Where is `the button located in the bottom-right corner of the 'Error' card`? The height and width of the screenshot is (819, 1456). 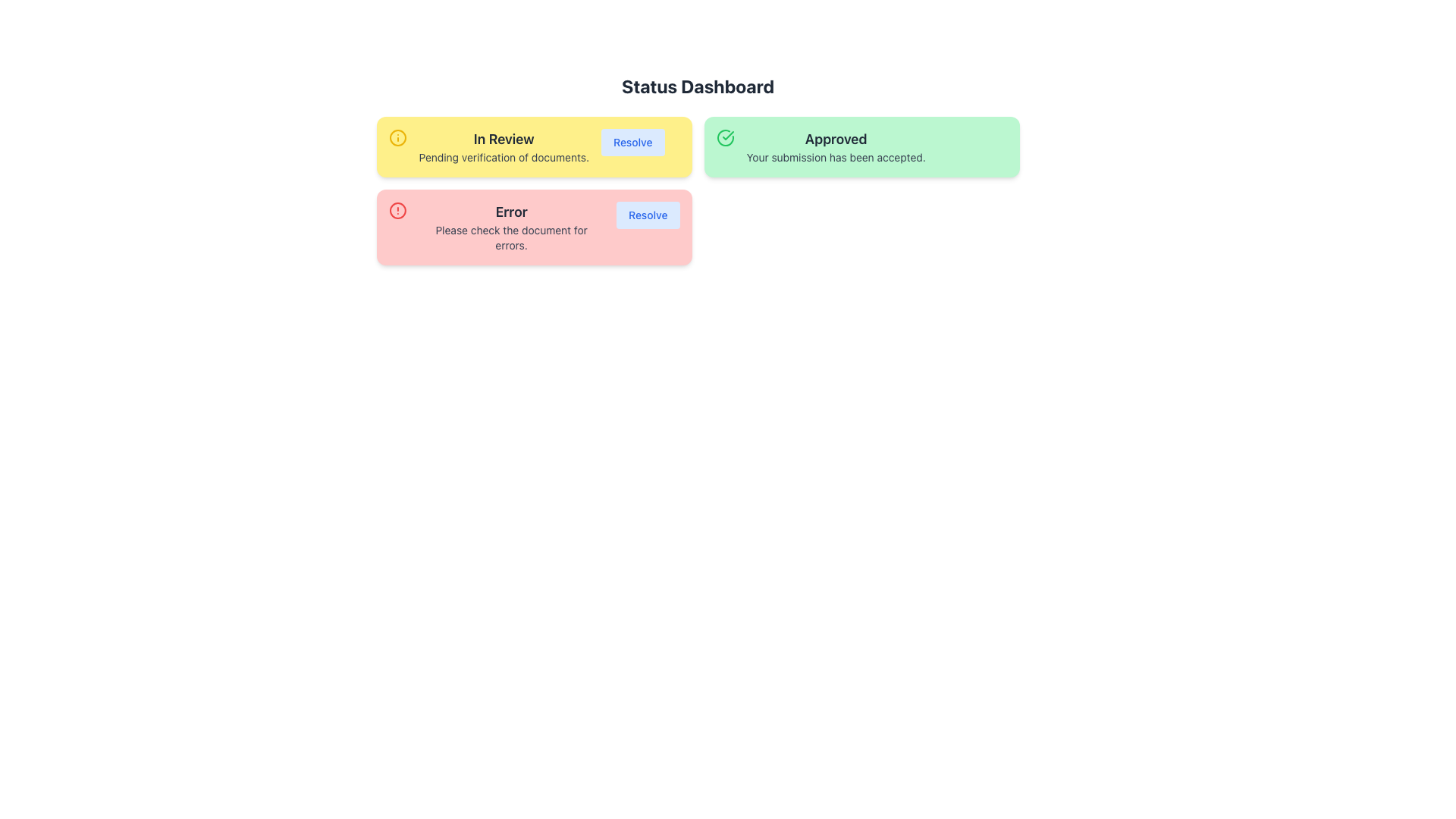 the button located in the bottom-right corner of the 'Error' card is located at coordinates (648, 215).